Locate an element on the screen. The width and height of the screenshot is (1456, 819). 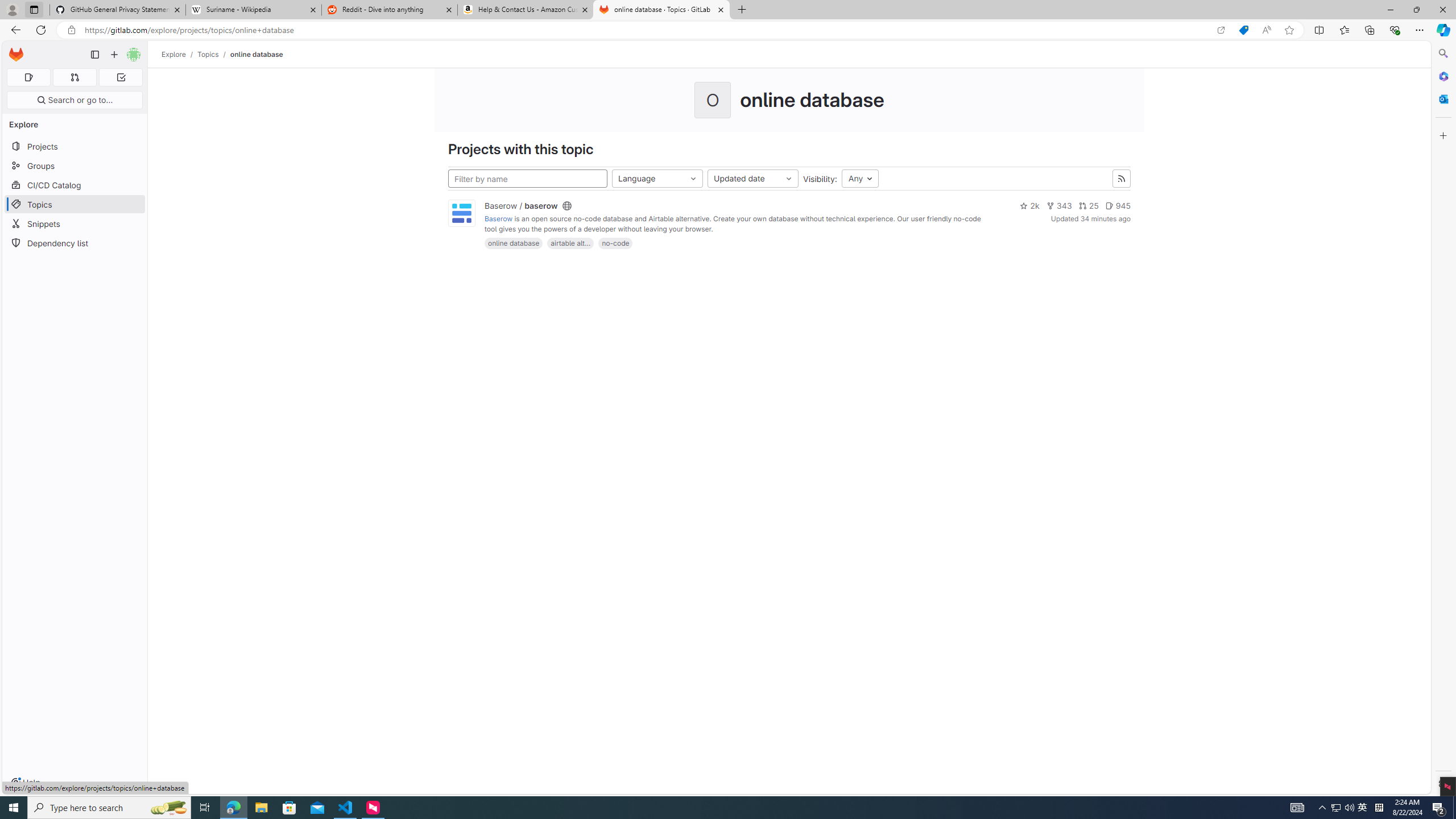
'Suriname - Wikipedia' is located at coordinates (253, 9).